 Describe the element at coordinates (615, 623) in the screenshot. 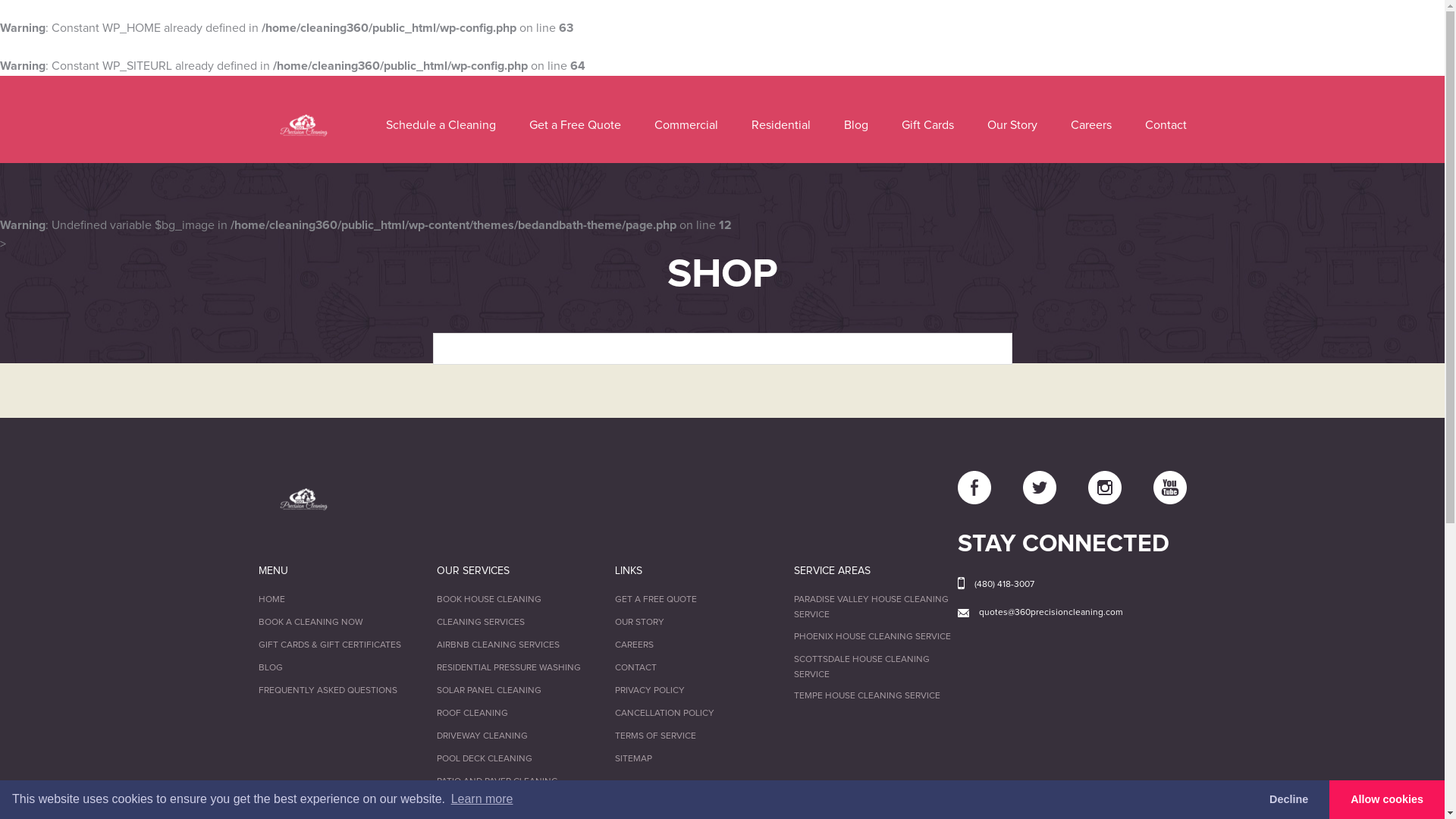

I see `'OUR STORY'` at that location.